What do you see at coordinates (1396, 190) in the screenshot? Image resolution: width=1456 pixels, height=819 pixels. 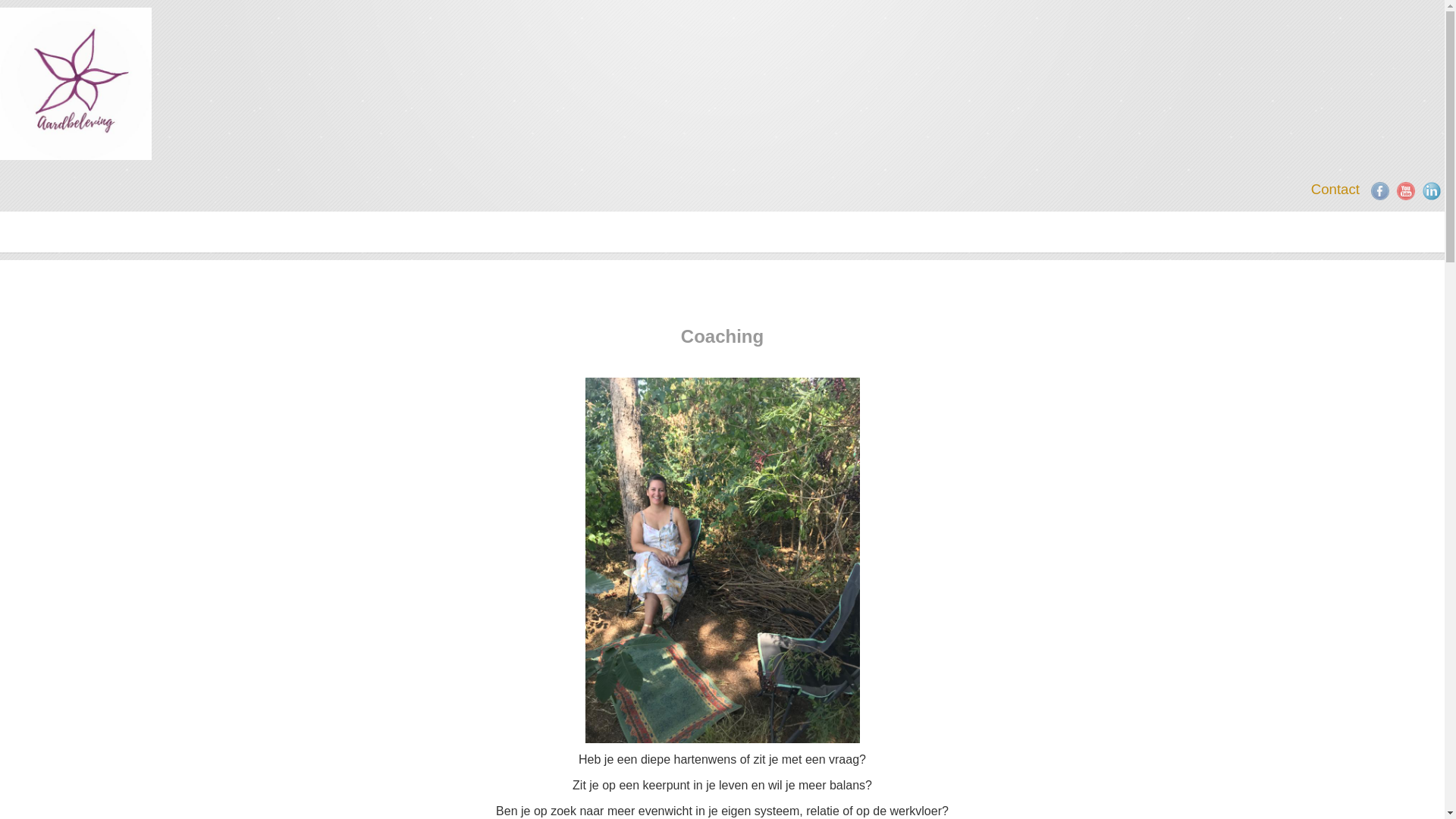 I see `'YouTube'` at bounding box center [1396, 190].